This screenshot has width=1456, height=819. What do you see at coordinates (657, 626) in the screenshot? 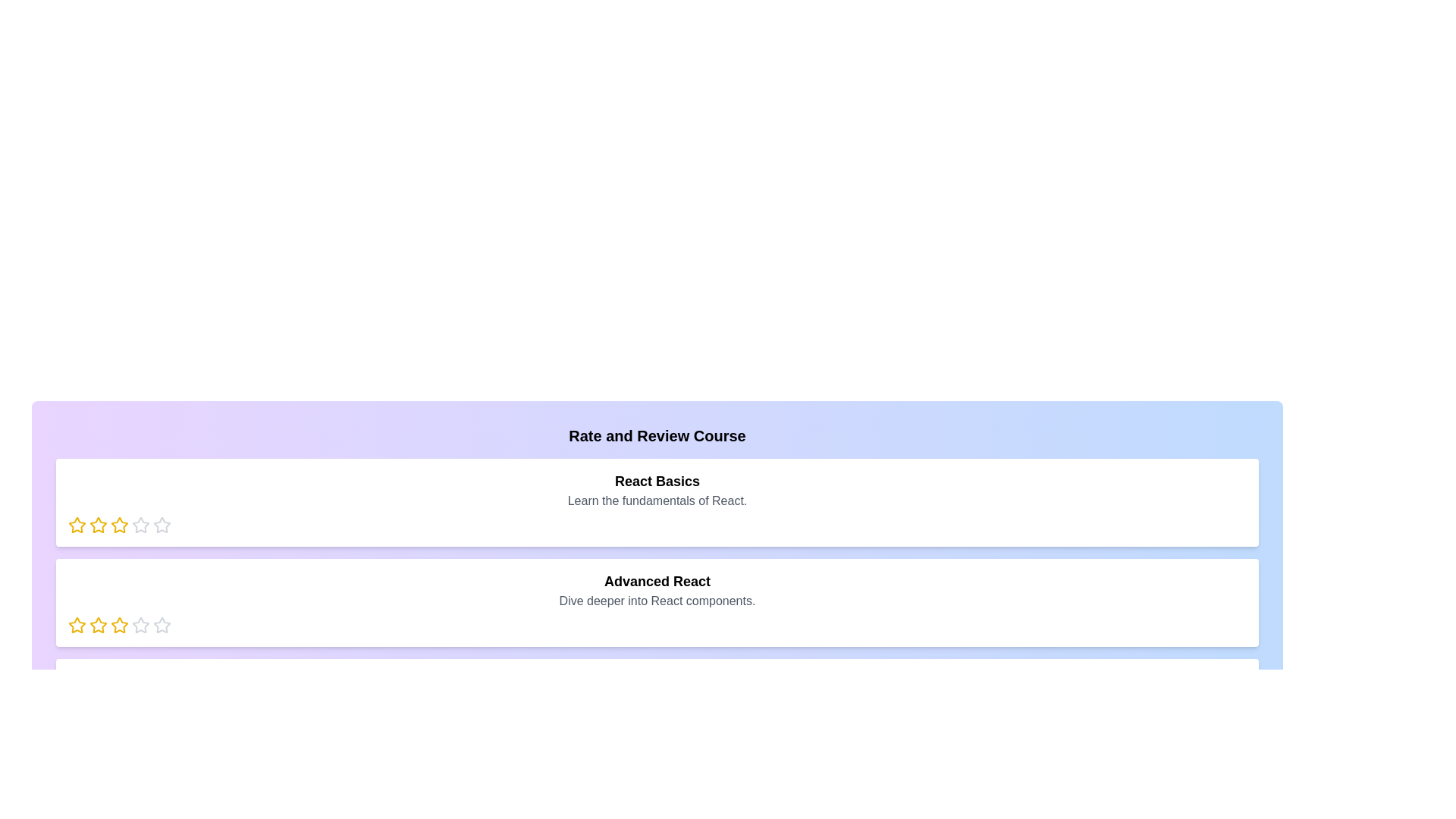
I see `a star in the Rating stars interface` at bounding box center [657, 626].